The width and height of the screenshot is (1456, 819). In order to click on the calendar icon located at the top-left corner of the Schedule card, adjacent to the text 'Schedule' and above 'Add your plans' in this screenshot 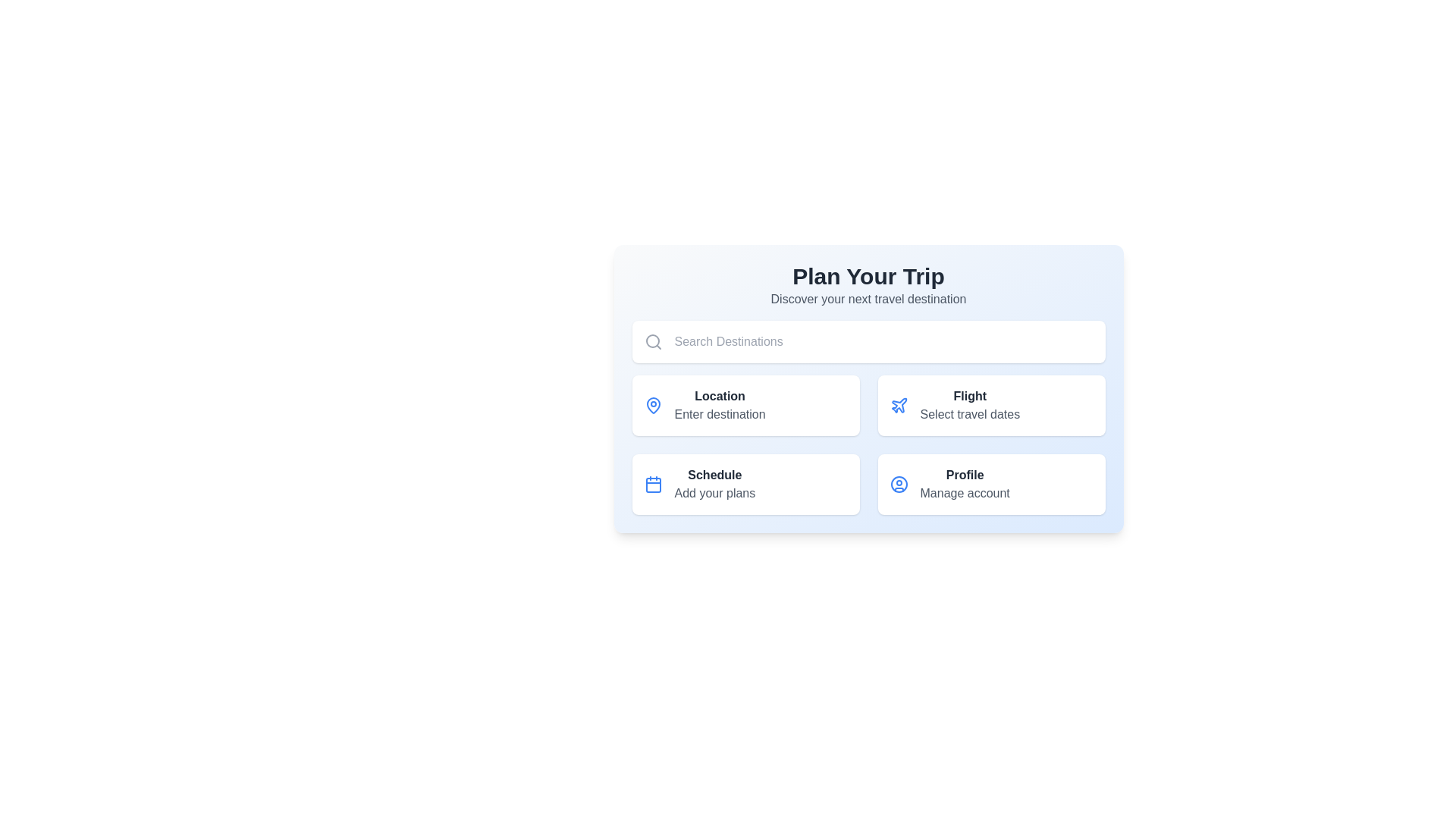, I will do `click(653, 485)`.